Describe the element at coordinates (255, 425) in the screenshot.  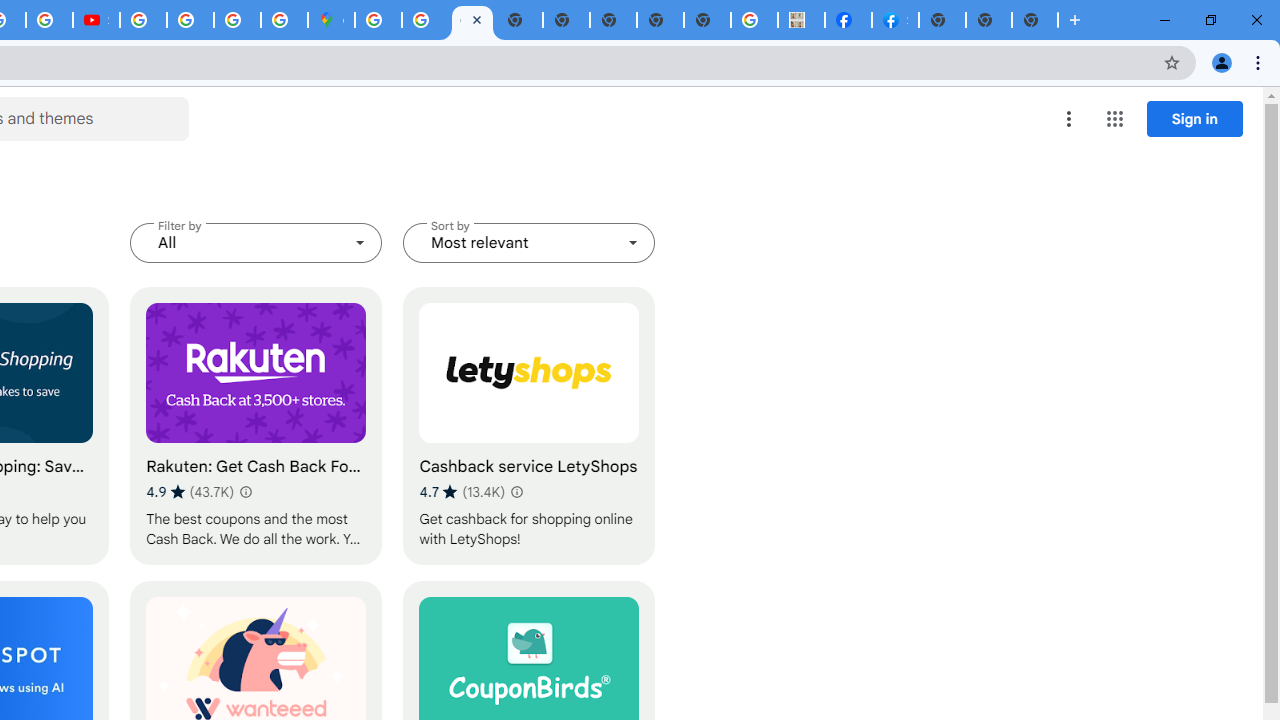
I see `'Rakuten: Get Cash Back For Shopping'` at that location.